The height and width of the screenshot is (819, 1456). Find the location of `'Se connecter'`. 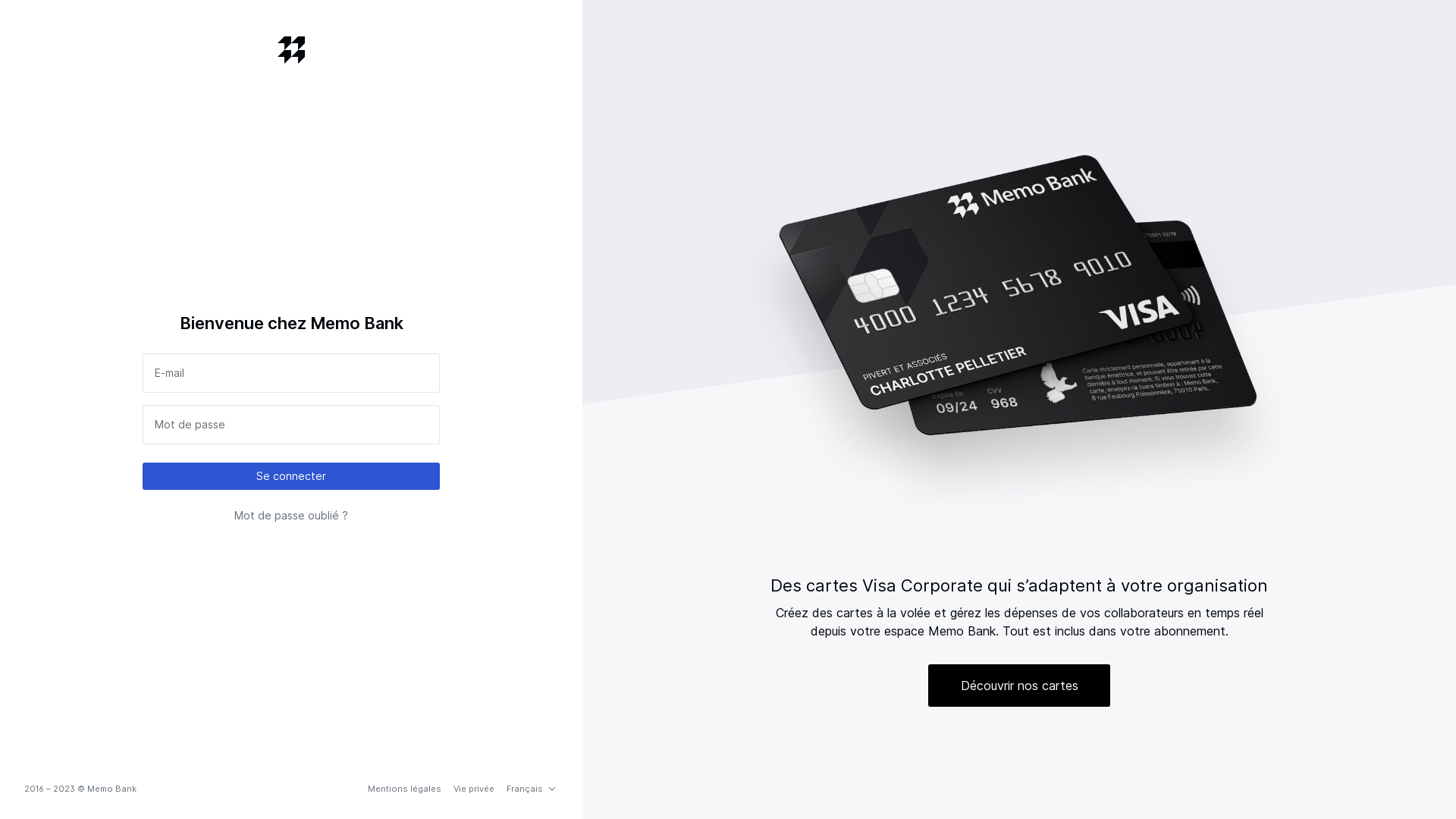

'Se connecter' is located at coordinates (291, 475).